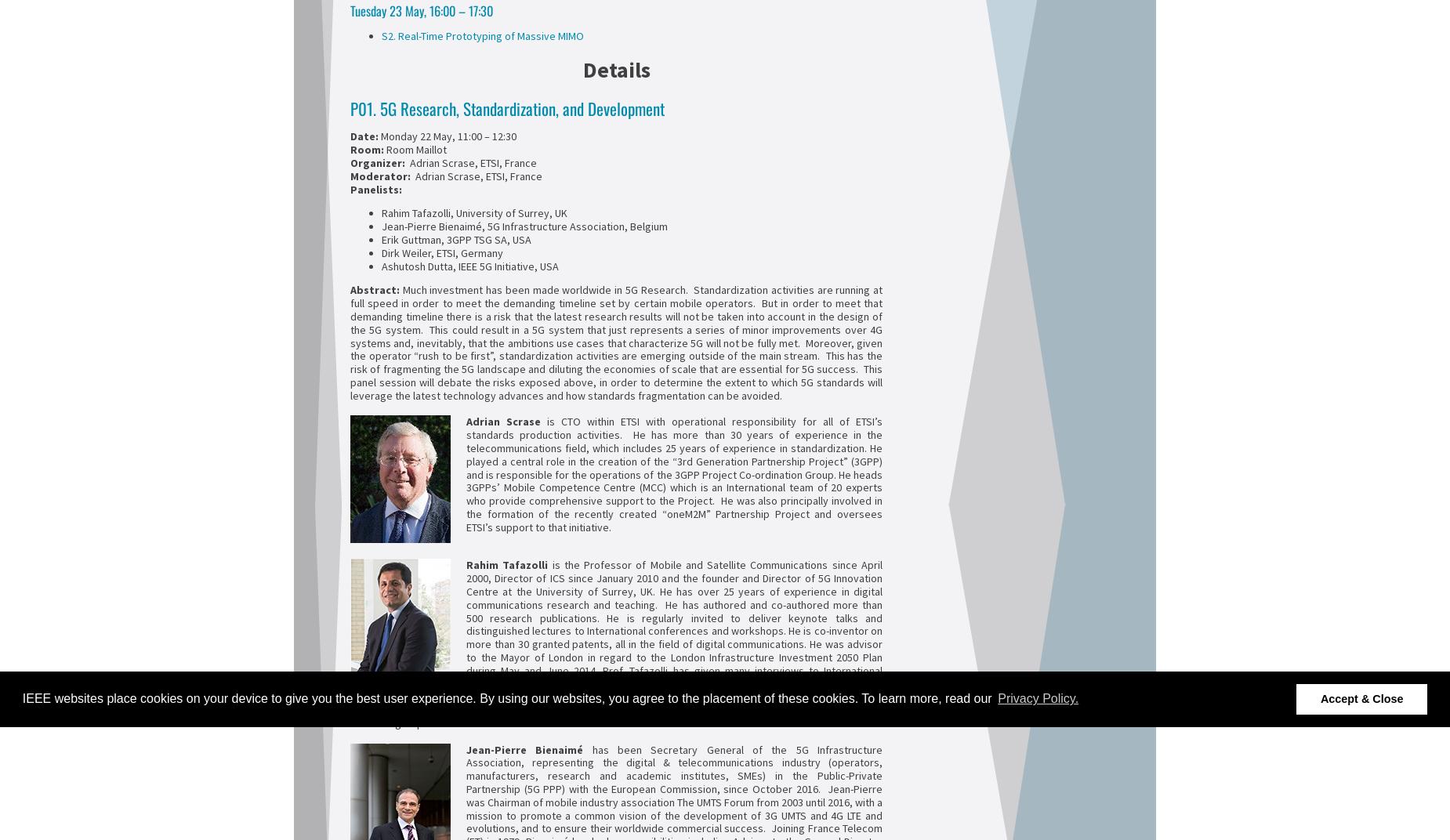 This screenshot has width=1450, height=840. What do you see at coordinates (1037, 698) in the screenshot?
I see `'Privacy Policy.'` at bounding box center [1037, 698].